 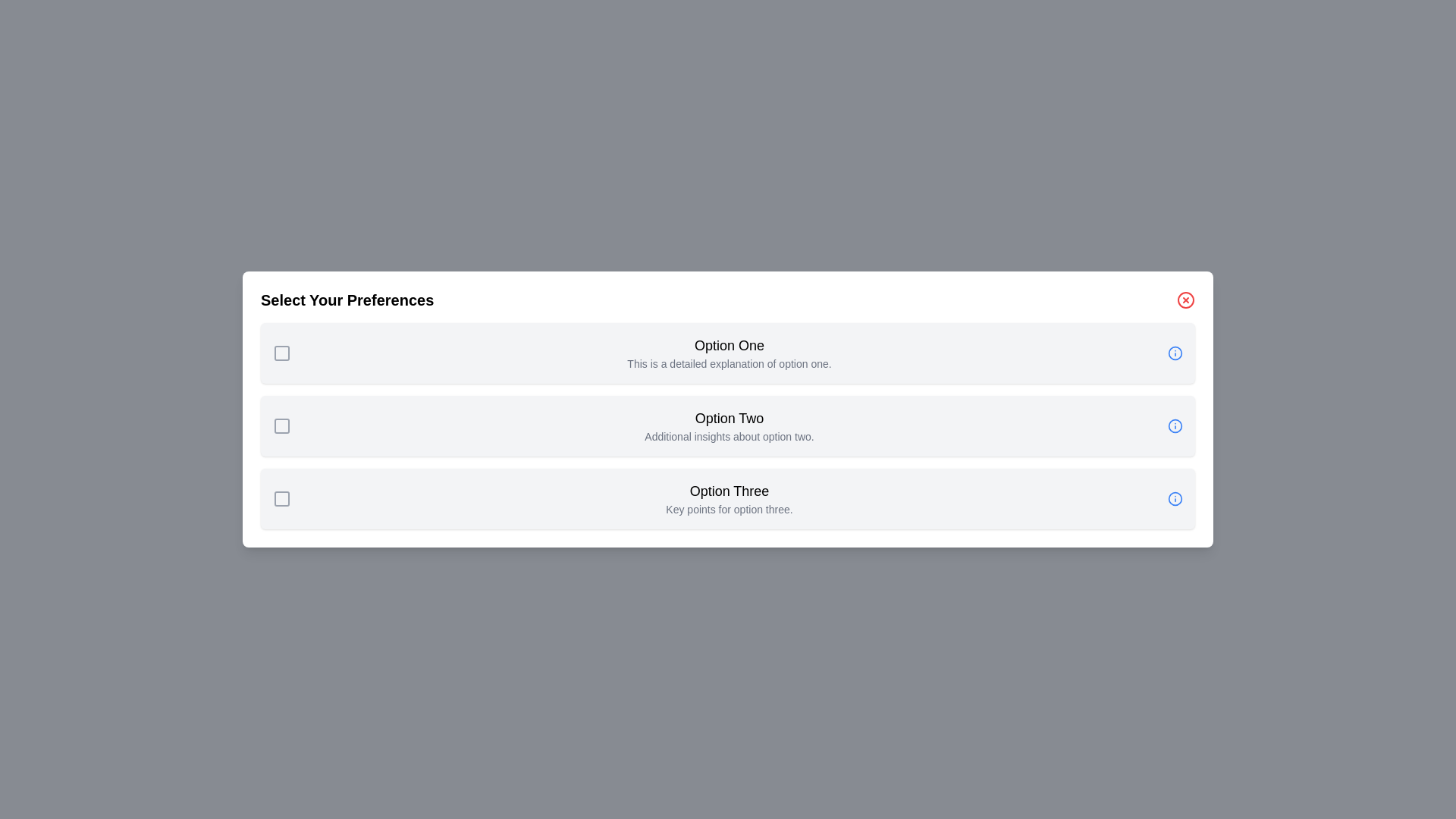 I want to click on the Text block labeled 'Option Two' which contains a title and description, styled with a larger font for the title and a smaller font for the description, positioned in the middle of a vertically stacked list of options, so click(x=729, y=426).